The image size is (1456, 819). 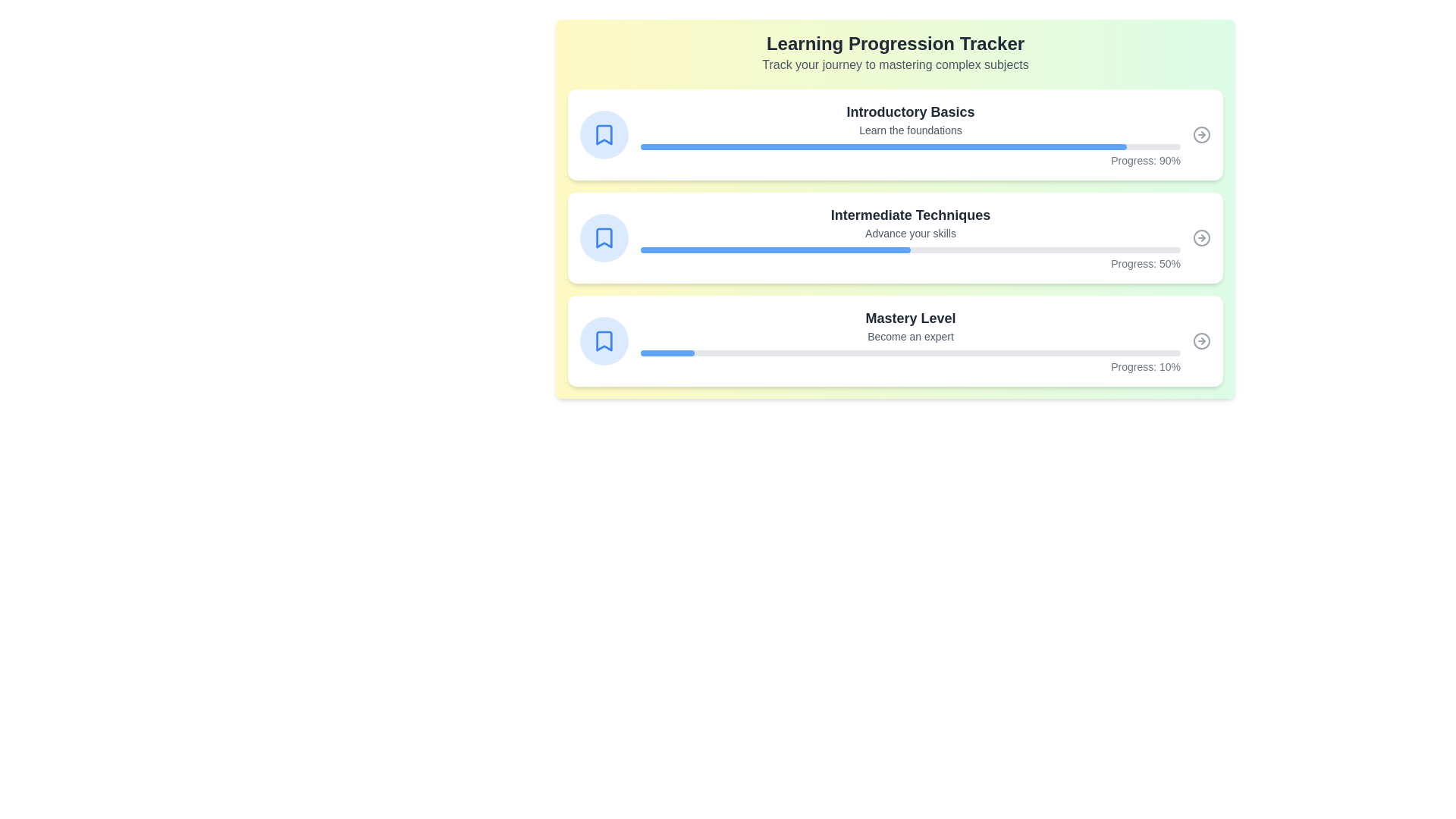 I want to click on the text label displaying 'Intermediate Techniques' in bold font, which is positioned at the top of its section and is prominently rendered in dark gray, so click(x=910, y=215).